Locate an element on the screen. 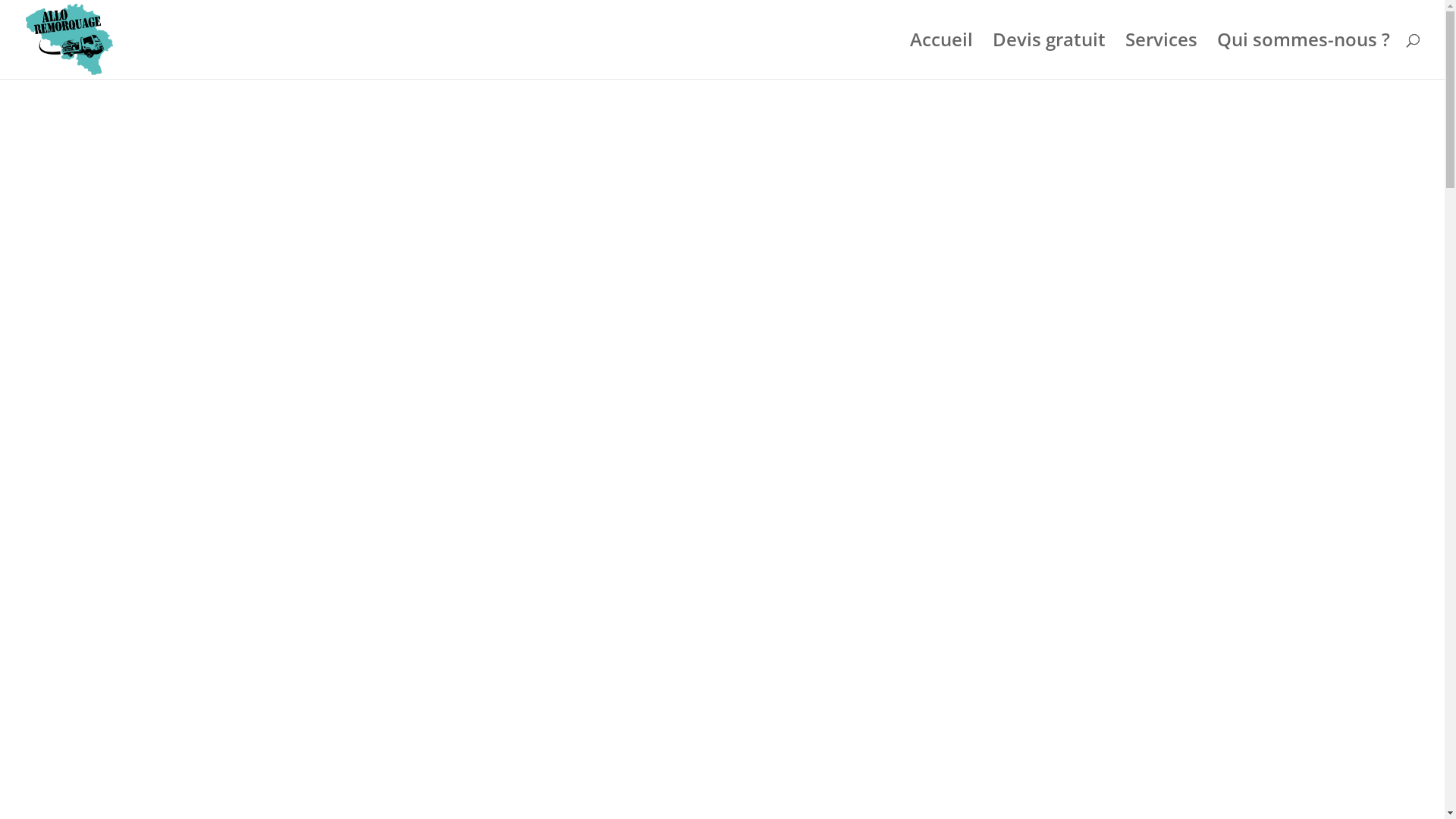 The height and width of the screenshot is (819, 1456). 'Devis gratuit' is located at coordinates (993, 55).